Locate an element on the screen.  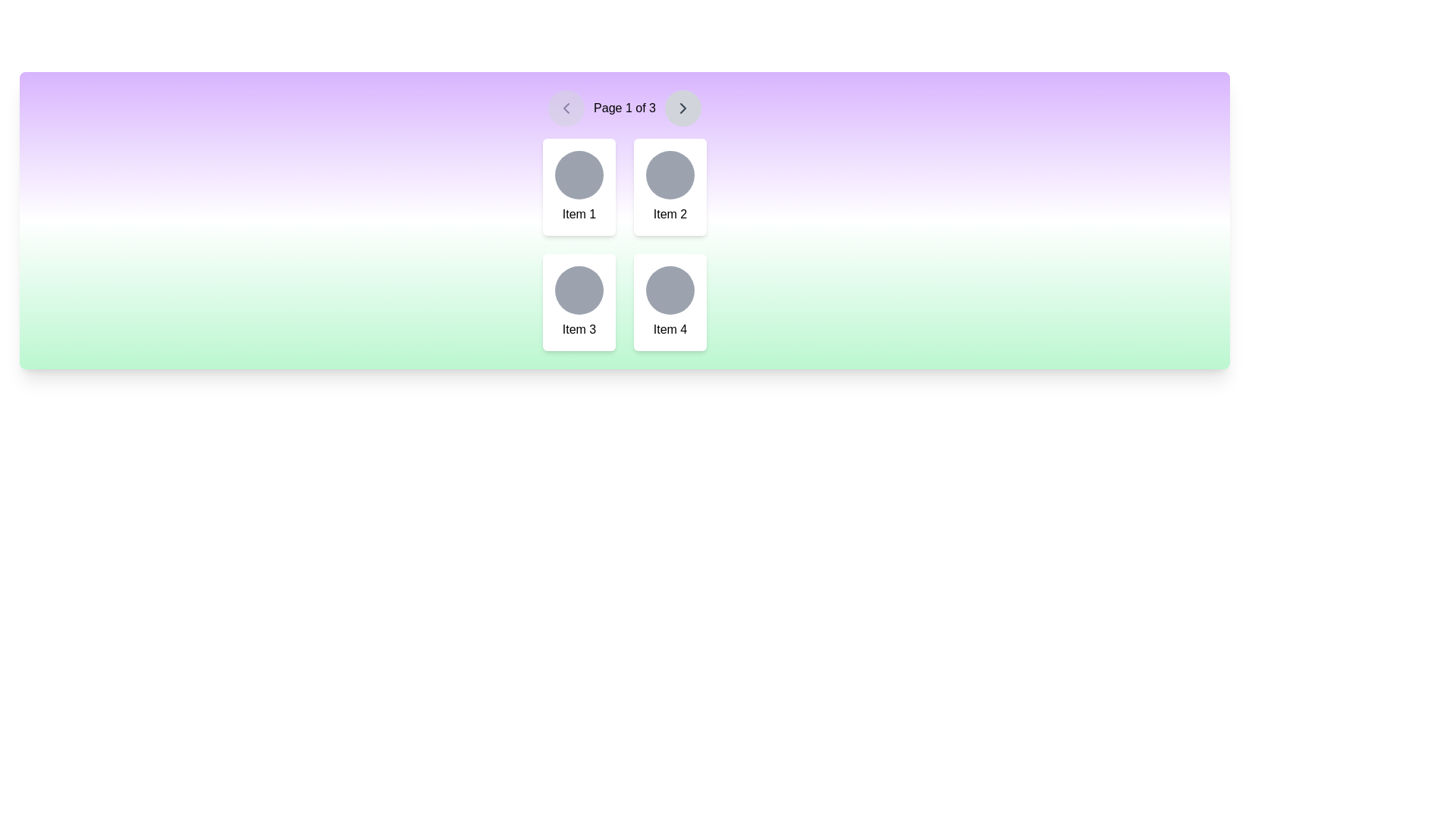
the text label displaying 'Item 1' located at the bottom-center of the top-left card in a grid of four cards is located at coordinates (578, 214).